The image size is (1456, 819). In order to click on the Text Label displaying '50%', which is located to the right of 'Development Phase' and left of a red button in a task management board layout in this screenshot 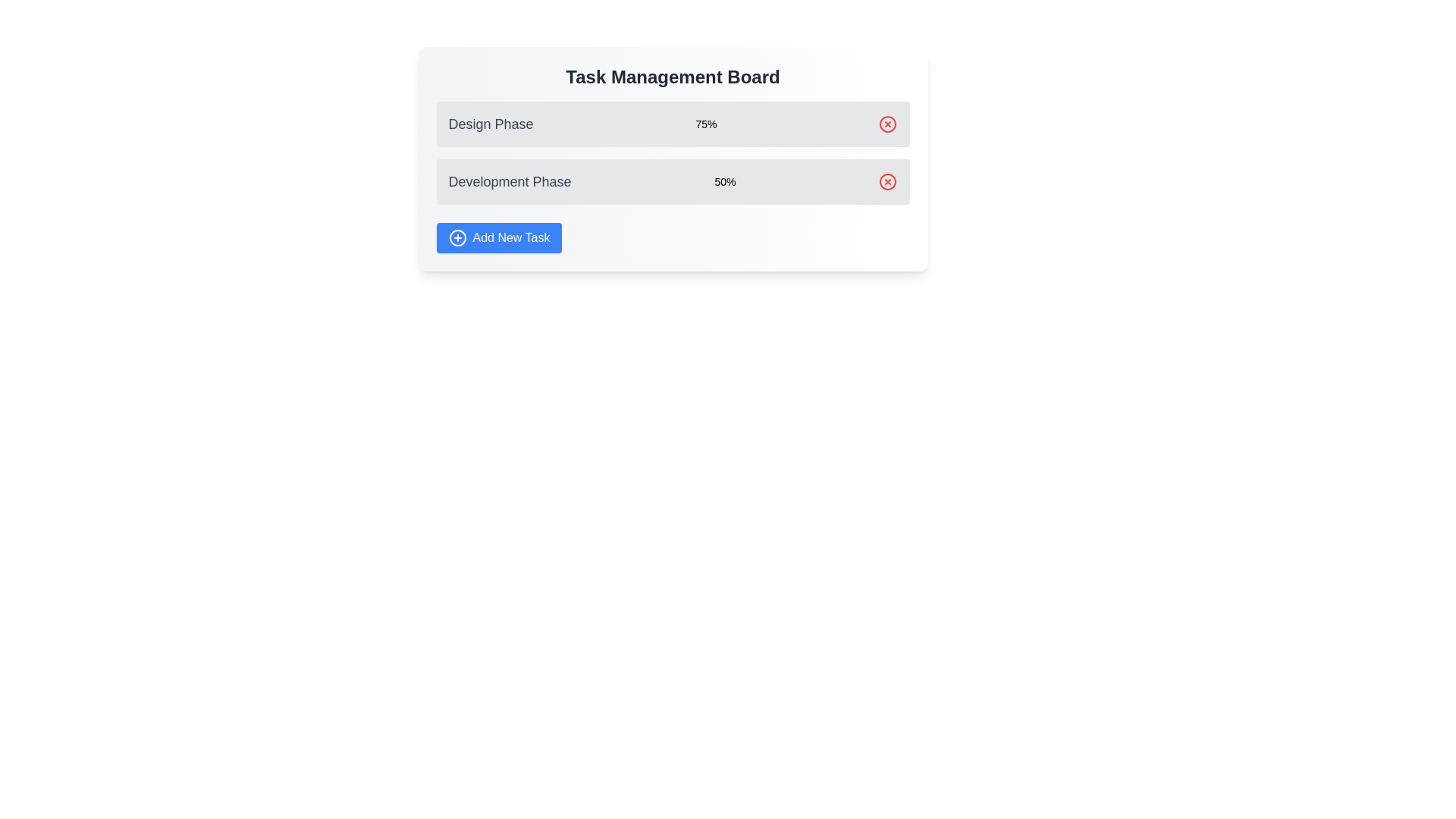, I will do `click(724, 180)`.